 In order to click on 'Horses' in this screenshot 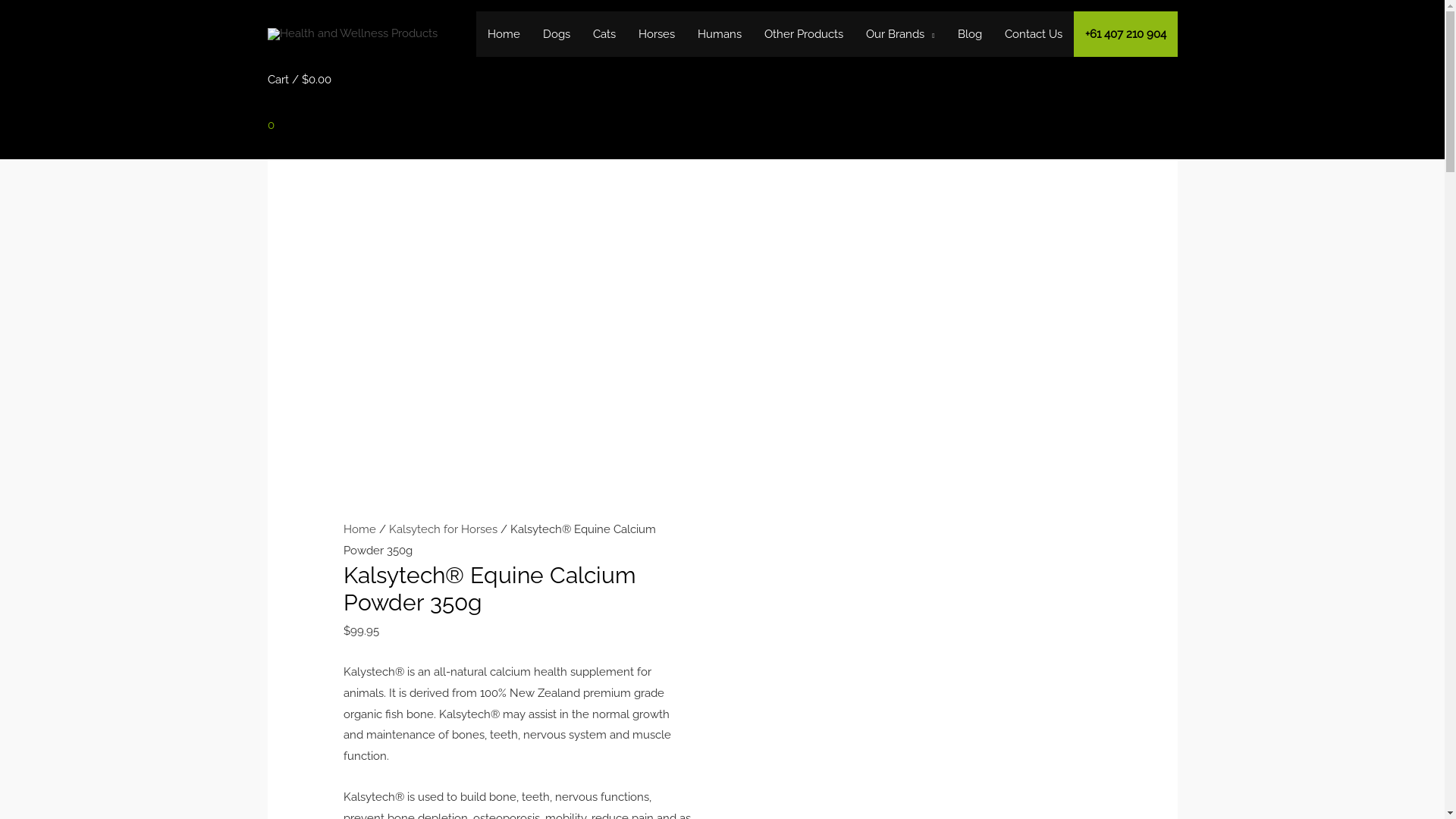, I will do `click(626, 34)`.